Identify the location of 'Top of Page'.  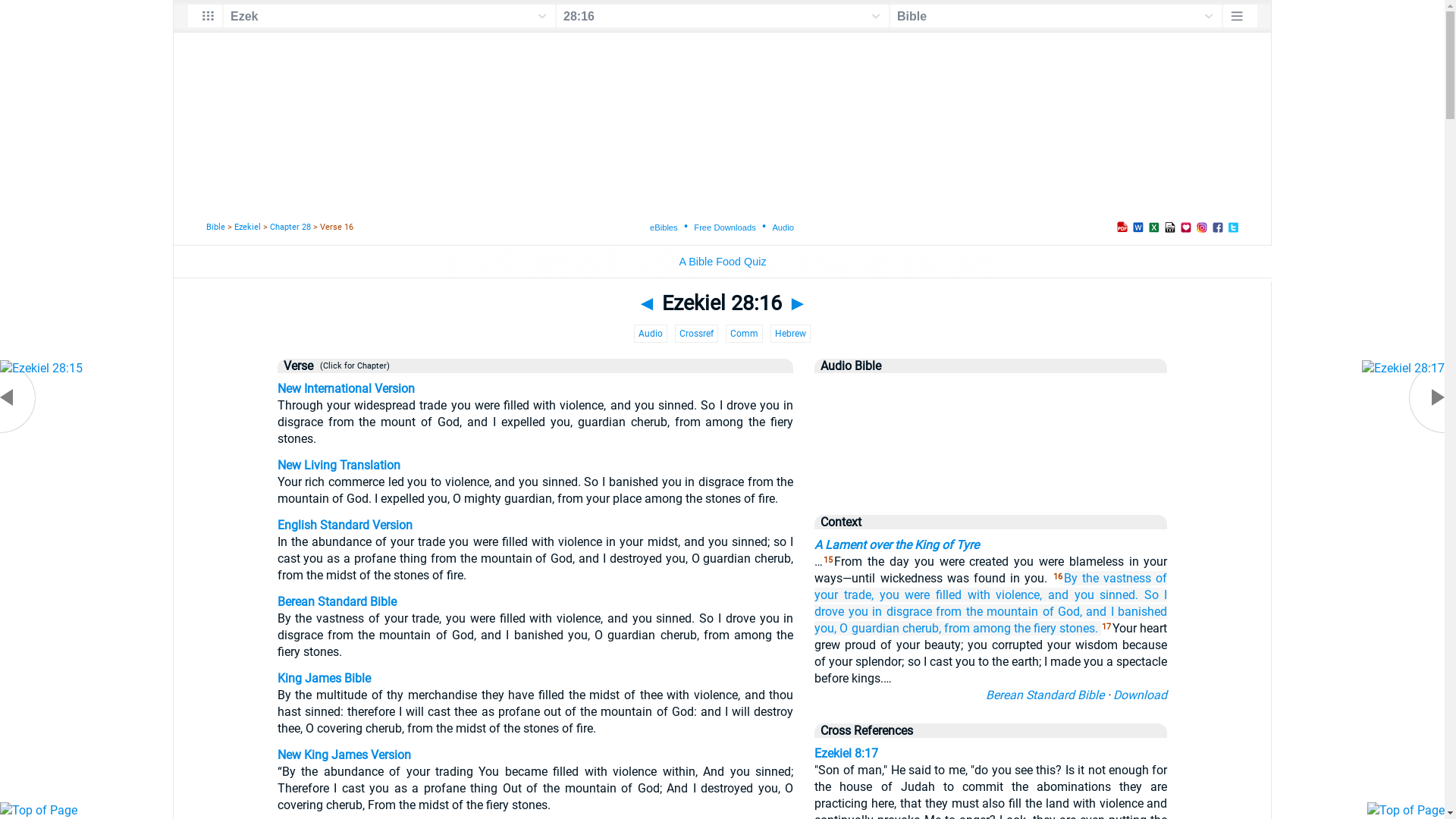
(1404, 809).